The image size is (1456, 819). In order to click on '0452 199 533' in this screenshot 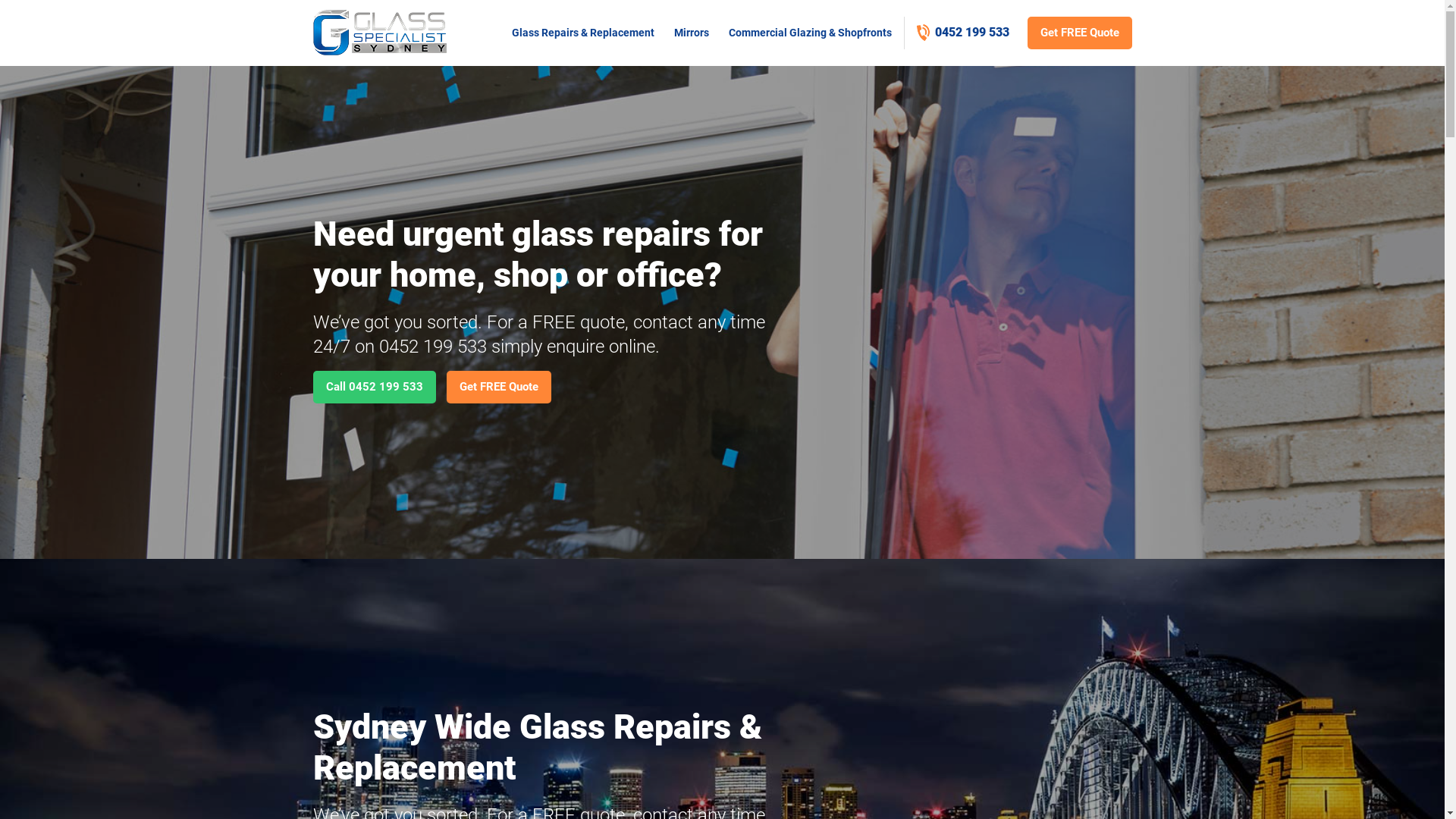, I will do `click(961, 32)`.